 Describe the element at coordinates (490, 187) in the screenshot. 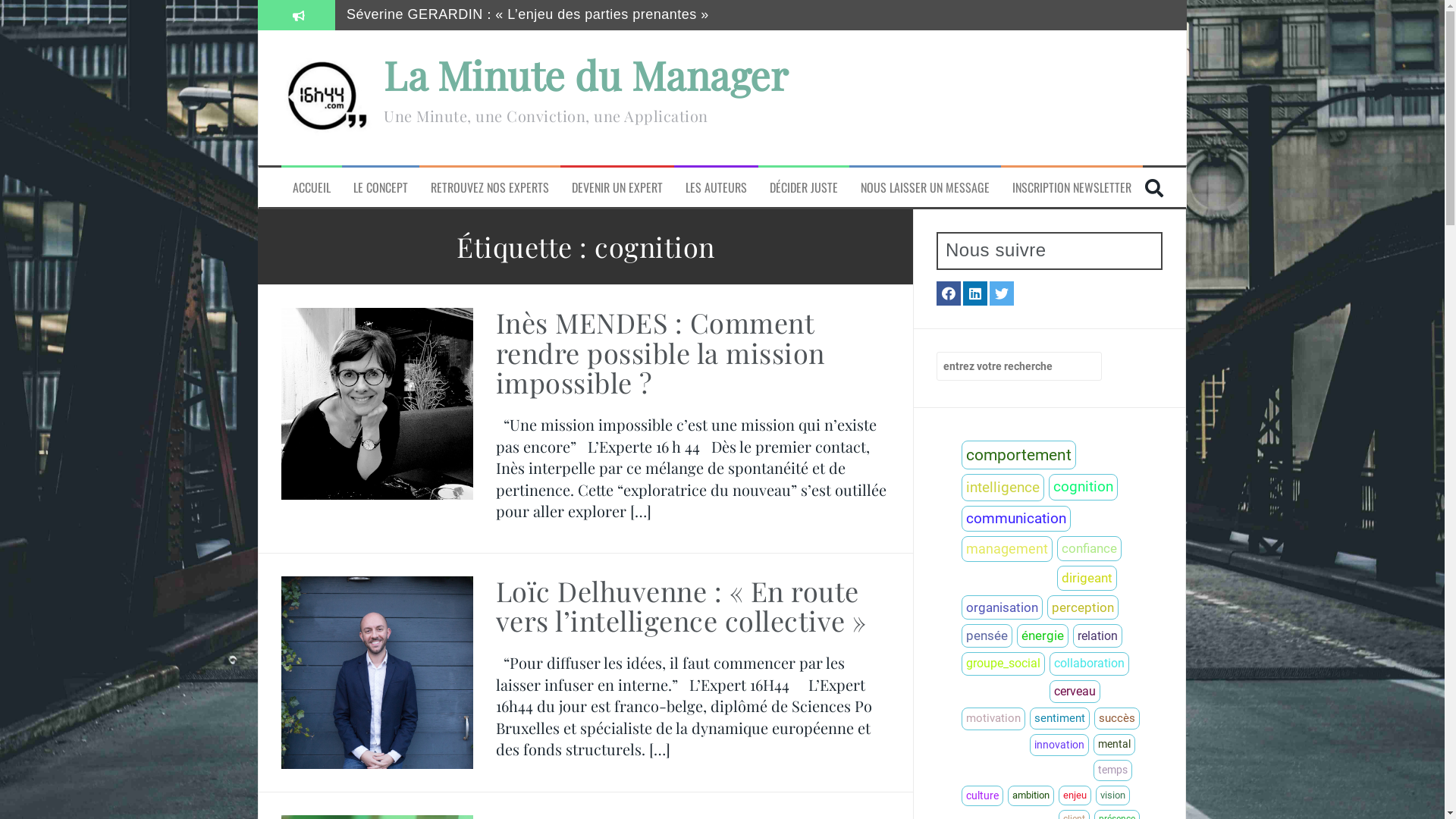

I see `'RETROUVEZ NOS EXPERTS'` at that location.